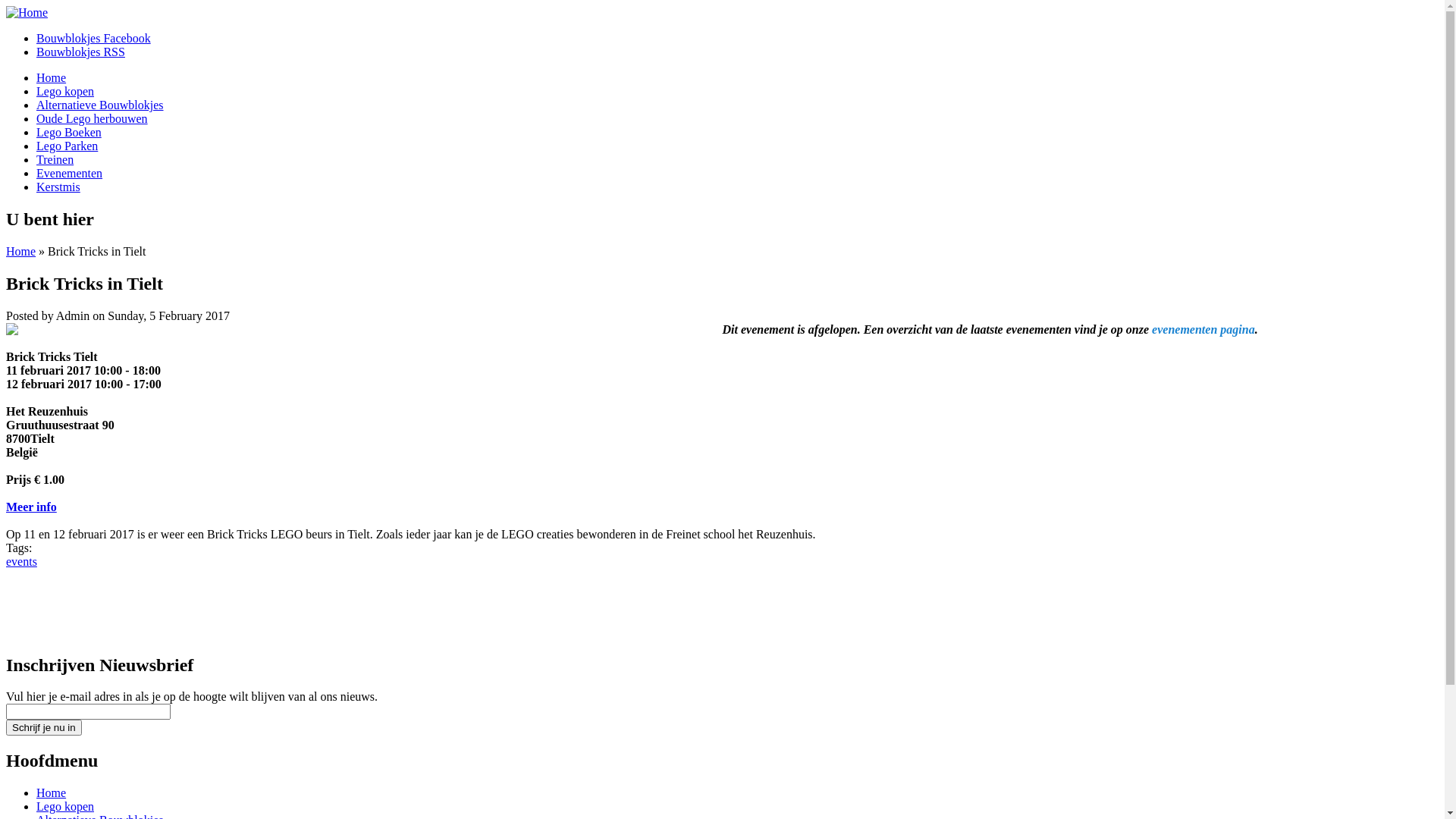  What do you see at coordinates (36, 131) in the screenshot?
I see `'Lego Boeken'` at bounding box center [36, 131].